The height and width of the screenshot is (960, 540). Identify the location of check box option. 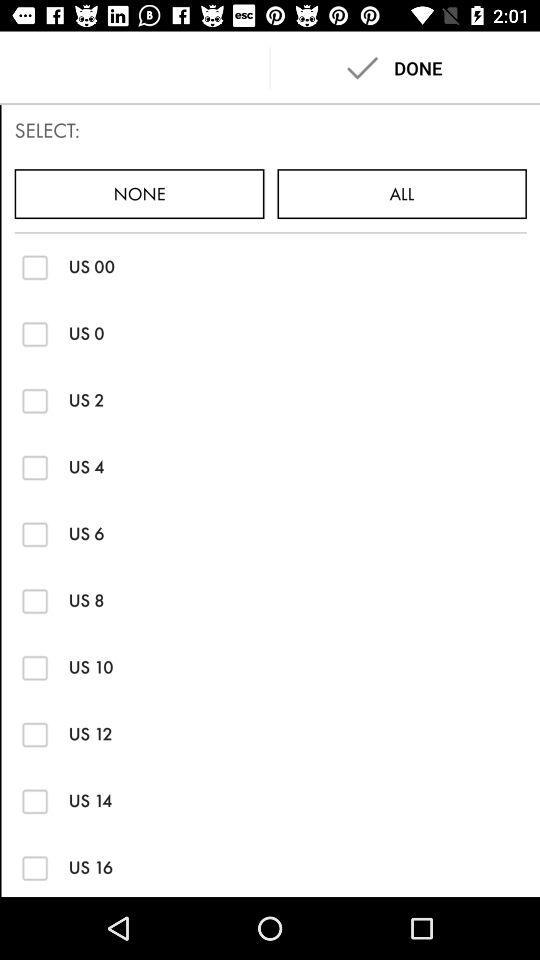
(35, 467).